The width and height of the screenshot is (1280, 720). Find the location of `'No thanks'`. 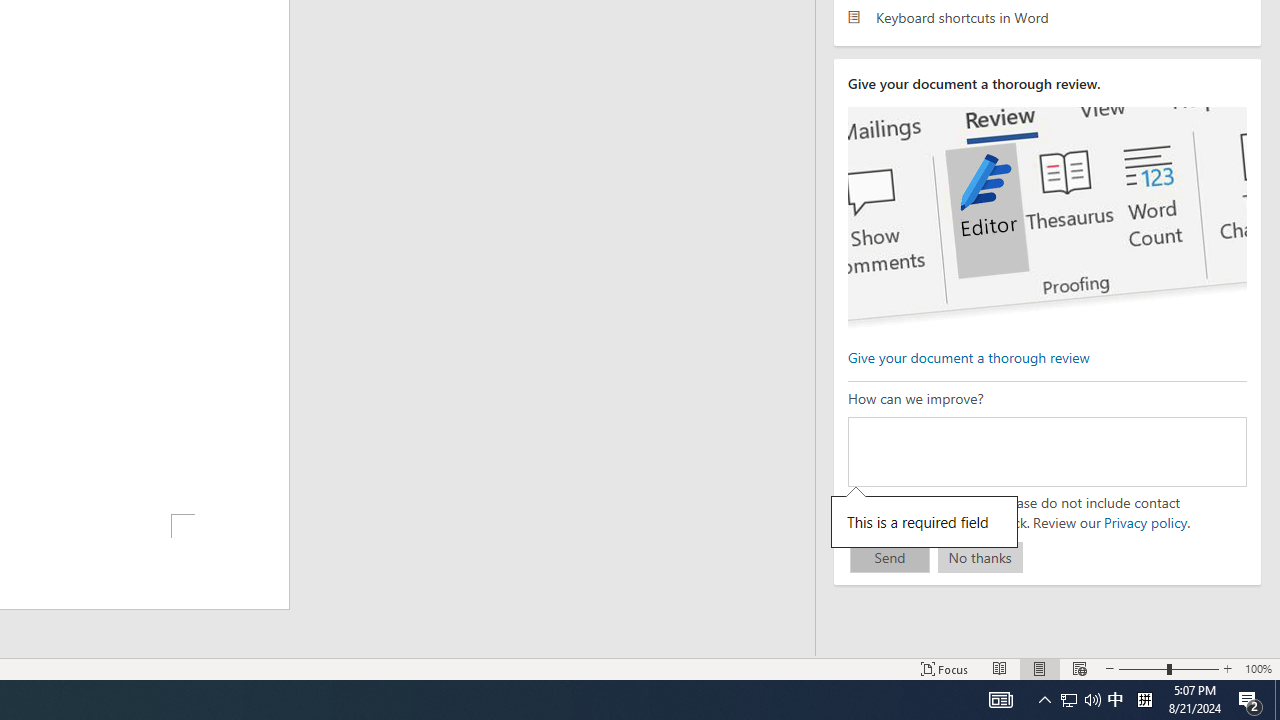

'No thanks' is located at coordinates (980, 557).